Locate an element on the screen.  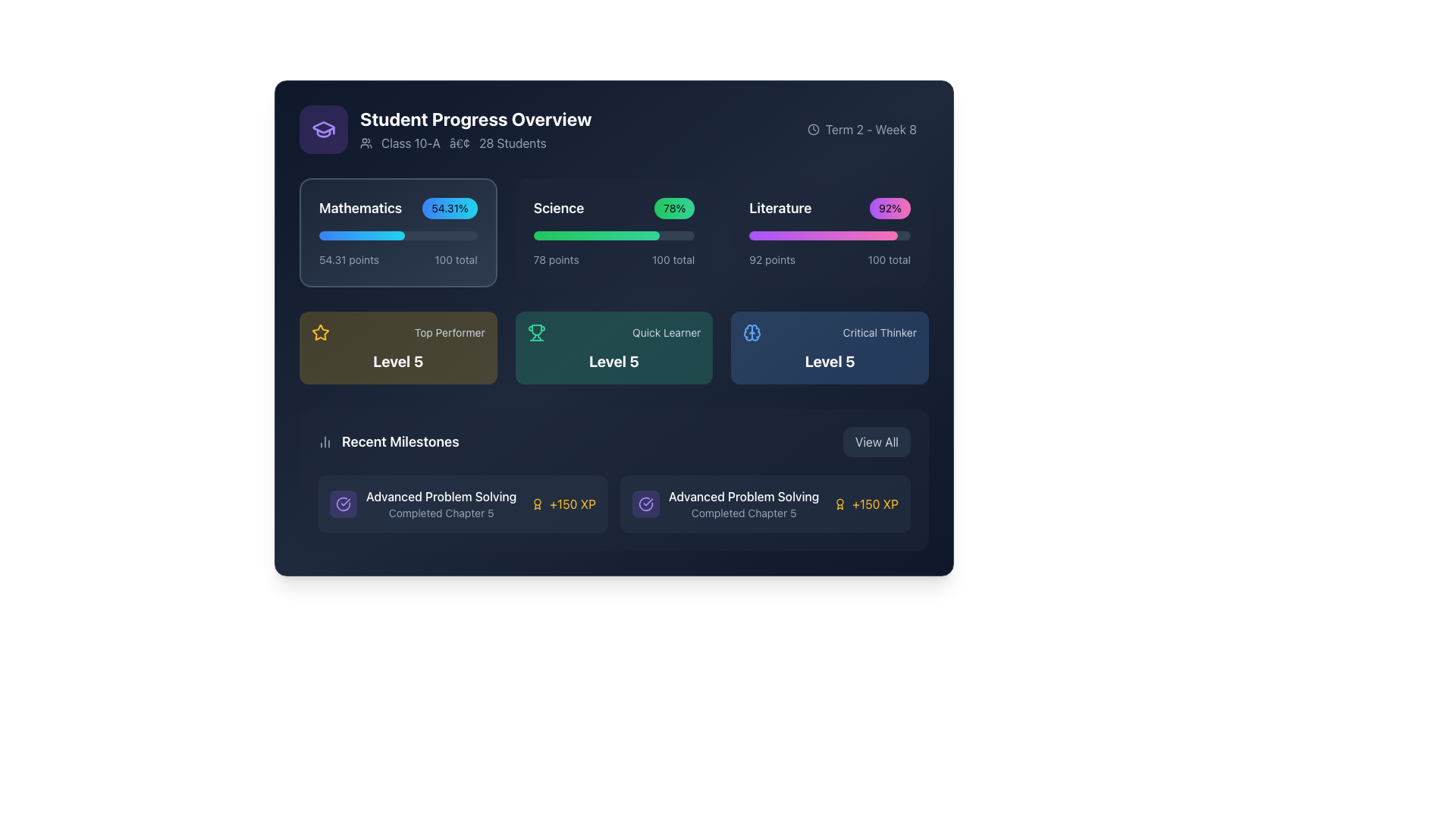
the horizontal rounded progress bar located in the top-right section of the interface, below the 'Literature' title, which features a gradient from purple to pink and indicates '92%' is located at coordinates (823, 236).